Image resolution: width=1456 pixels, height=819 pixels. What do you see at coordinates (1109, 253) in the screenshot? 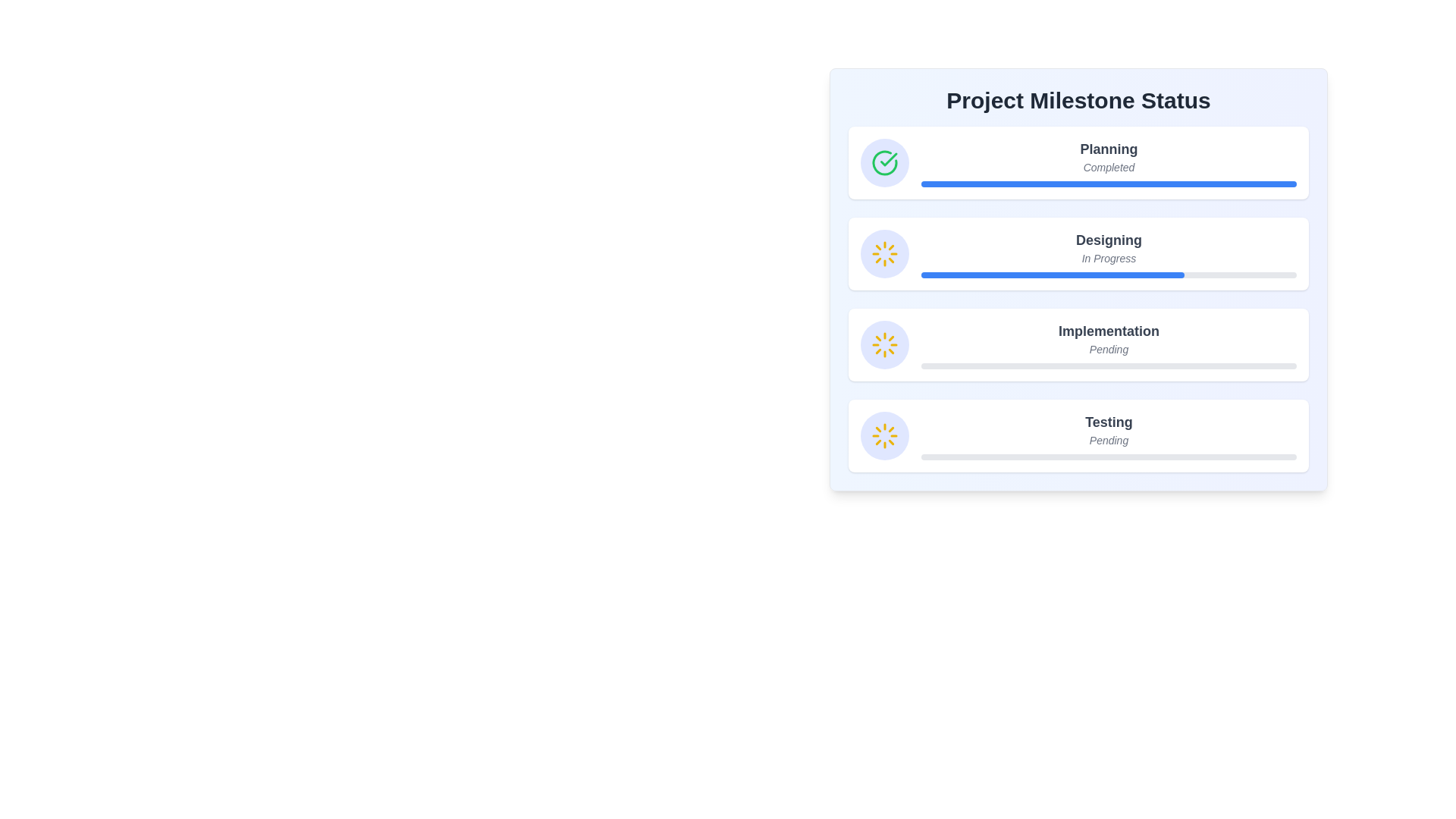
I see `the progress indicator titled 'Designing' with the subtitle 'In Progress' which displays a mostly filled progress bar, located under the 'Project Milestone Status' header` at bounding box center [1109, 253].